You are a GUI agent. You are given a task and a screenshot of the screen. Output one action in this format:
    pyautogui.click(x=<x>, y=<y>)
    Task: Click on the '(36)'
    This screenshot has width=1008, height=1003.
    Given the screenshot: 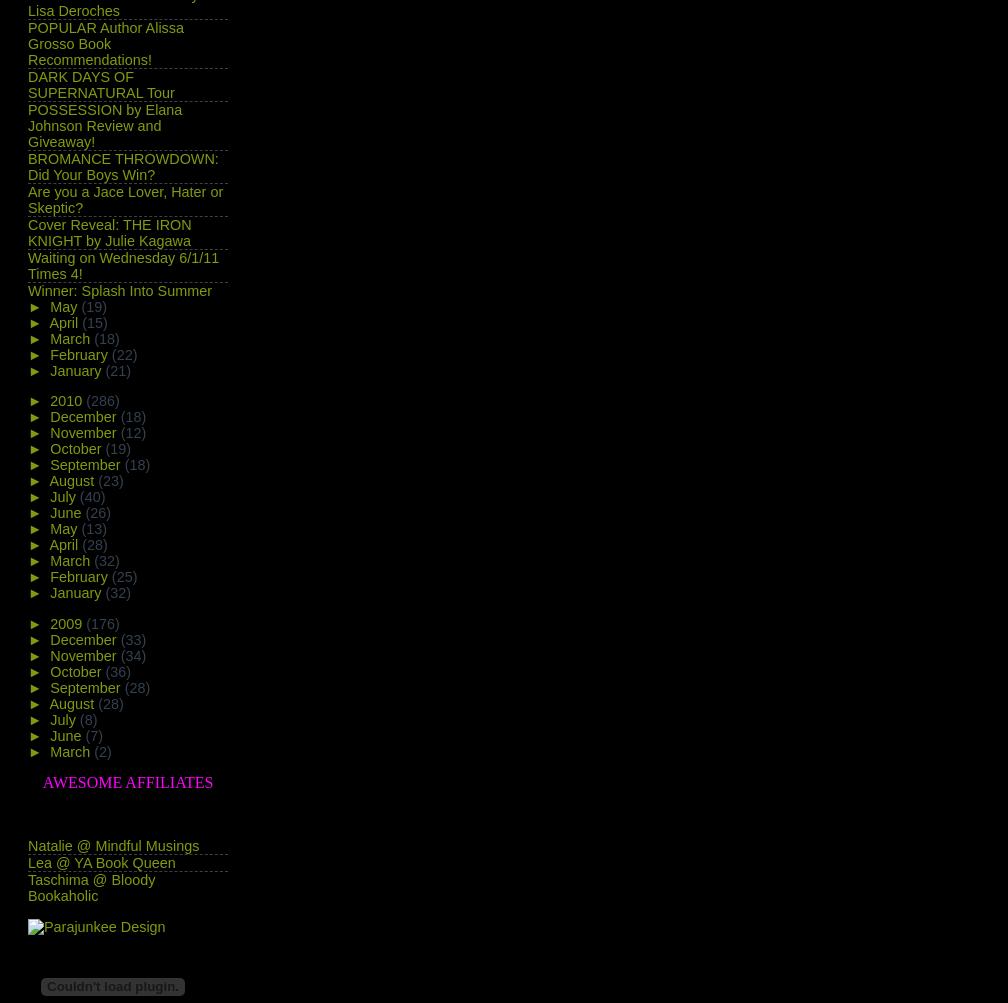 What is the action you would take?
    pyautogui.click(x=118, y=671)
    